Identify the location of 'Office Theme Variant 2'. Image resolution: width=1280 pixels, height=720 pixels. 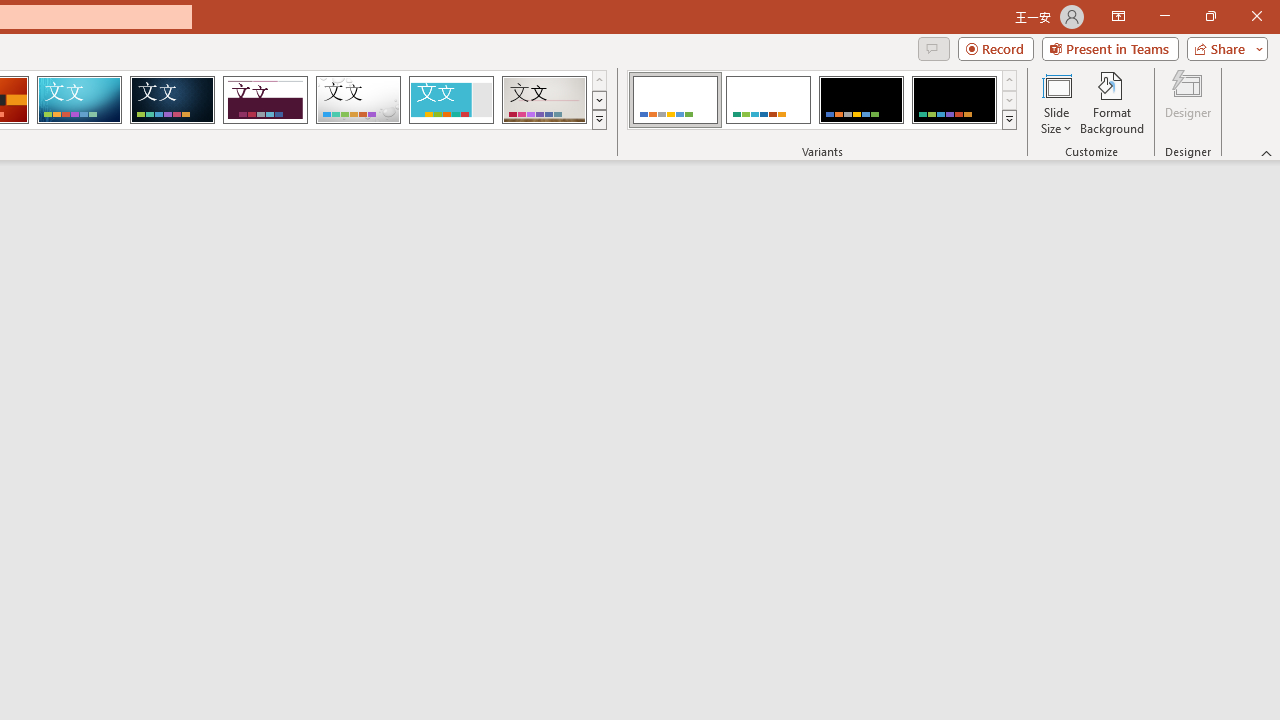
(767, 100).